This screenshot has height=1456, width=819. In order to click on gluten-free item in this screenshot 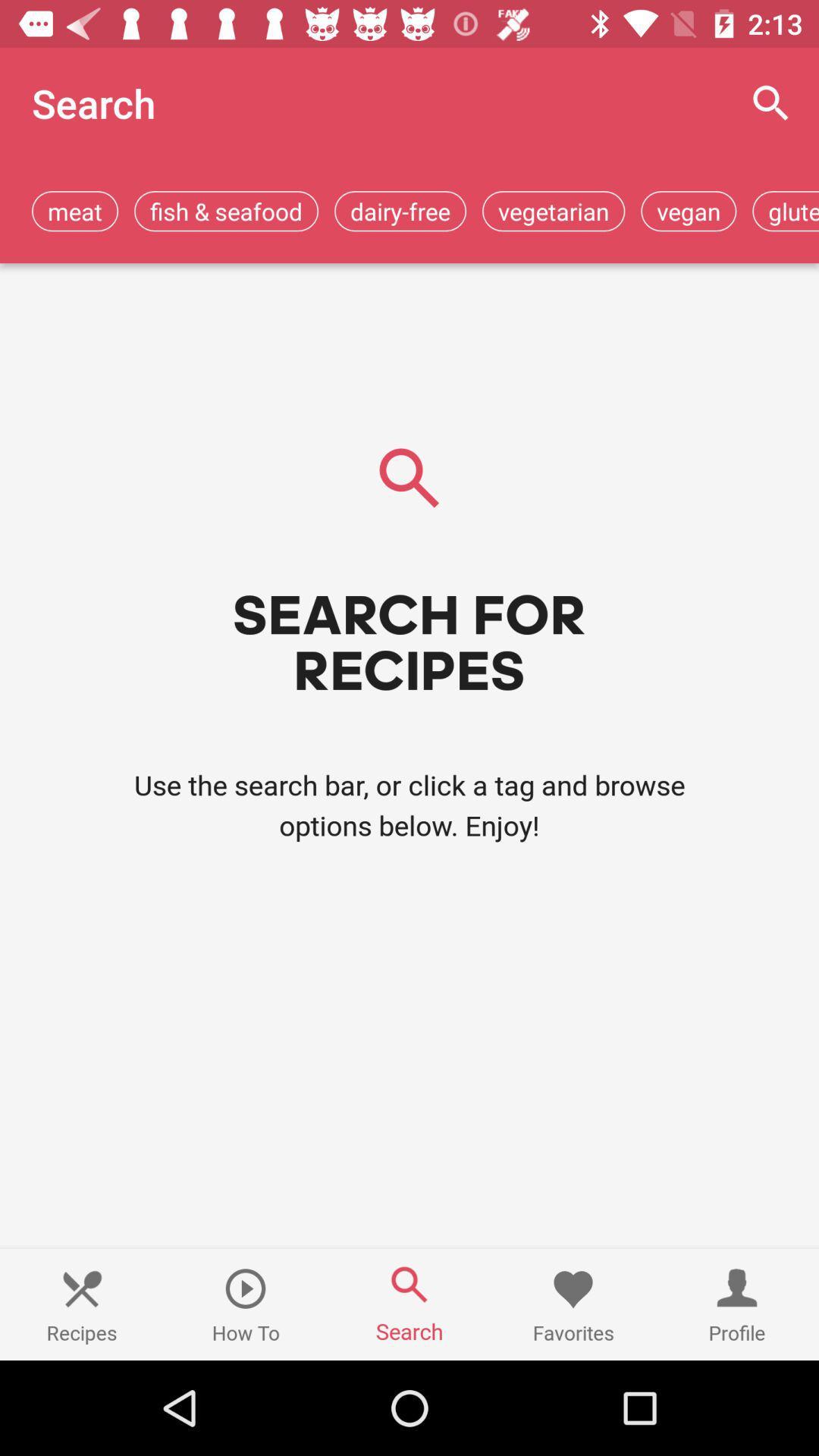, I will do `click(785, 210)`.